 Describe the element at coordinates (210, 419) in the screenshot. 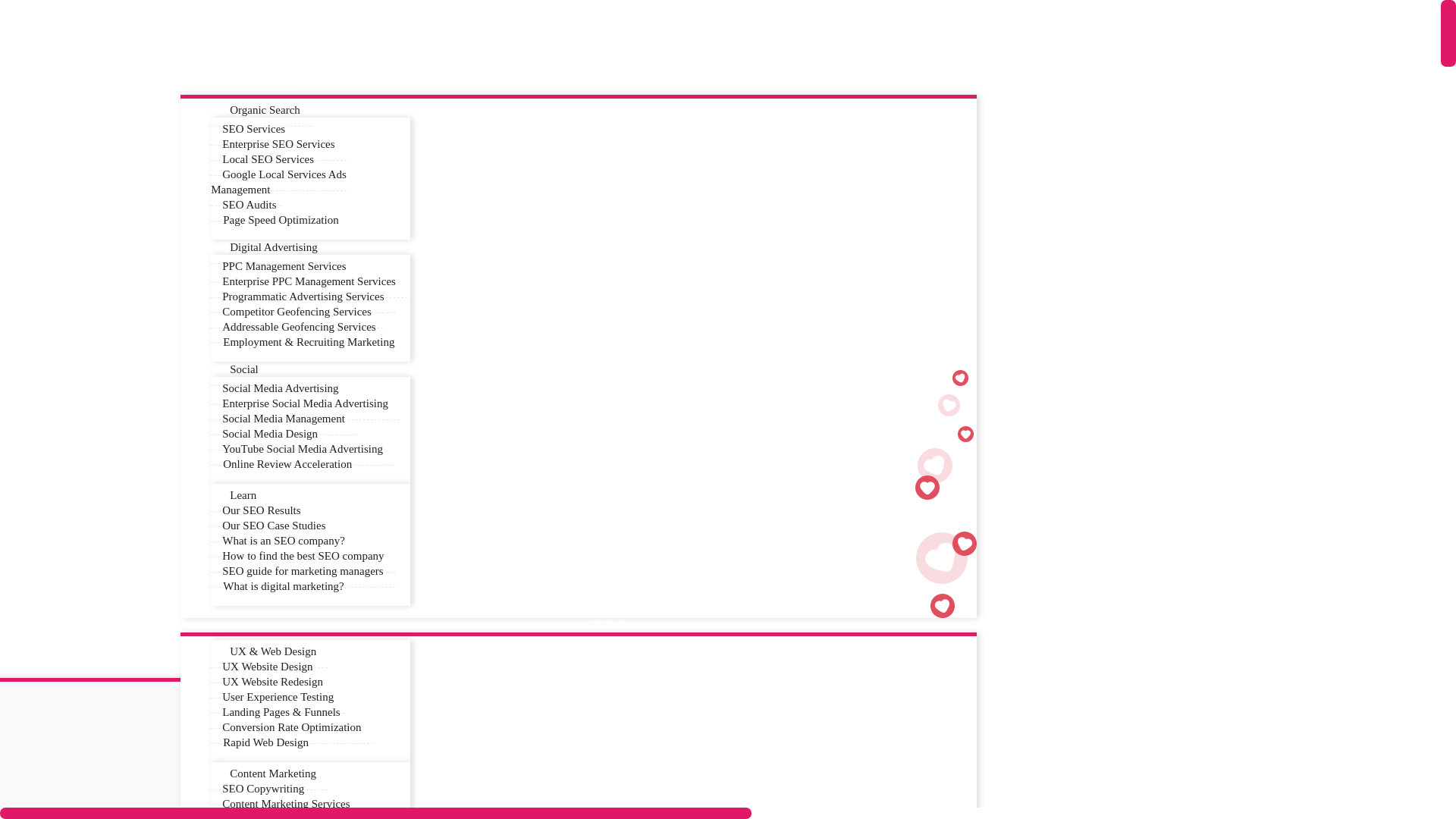

I see `'Social Media Management'` at that location.